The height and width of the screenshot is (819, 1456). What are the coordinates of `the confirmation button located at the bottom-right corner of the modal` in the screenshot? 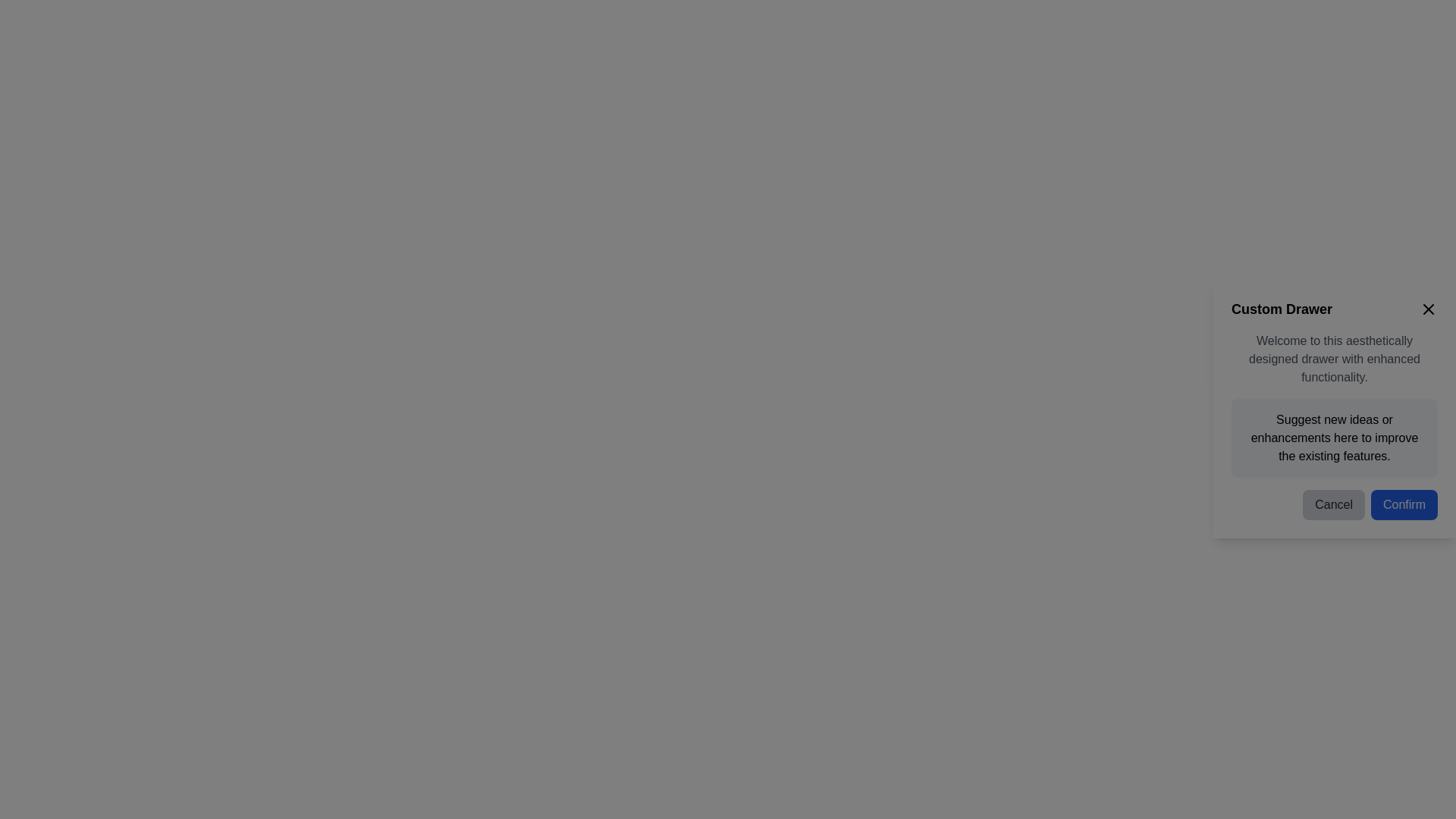 It's located at (1404, 505).